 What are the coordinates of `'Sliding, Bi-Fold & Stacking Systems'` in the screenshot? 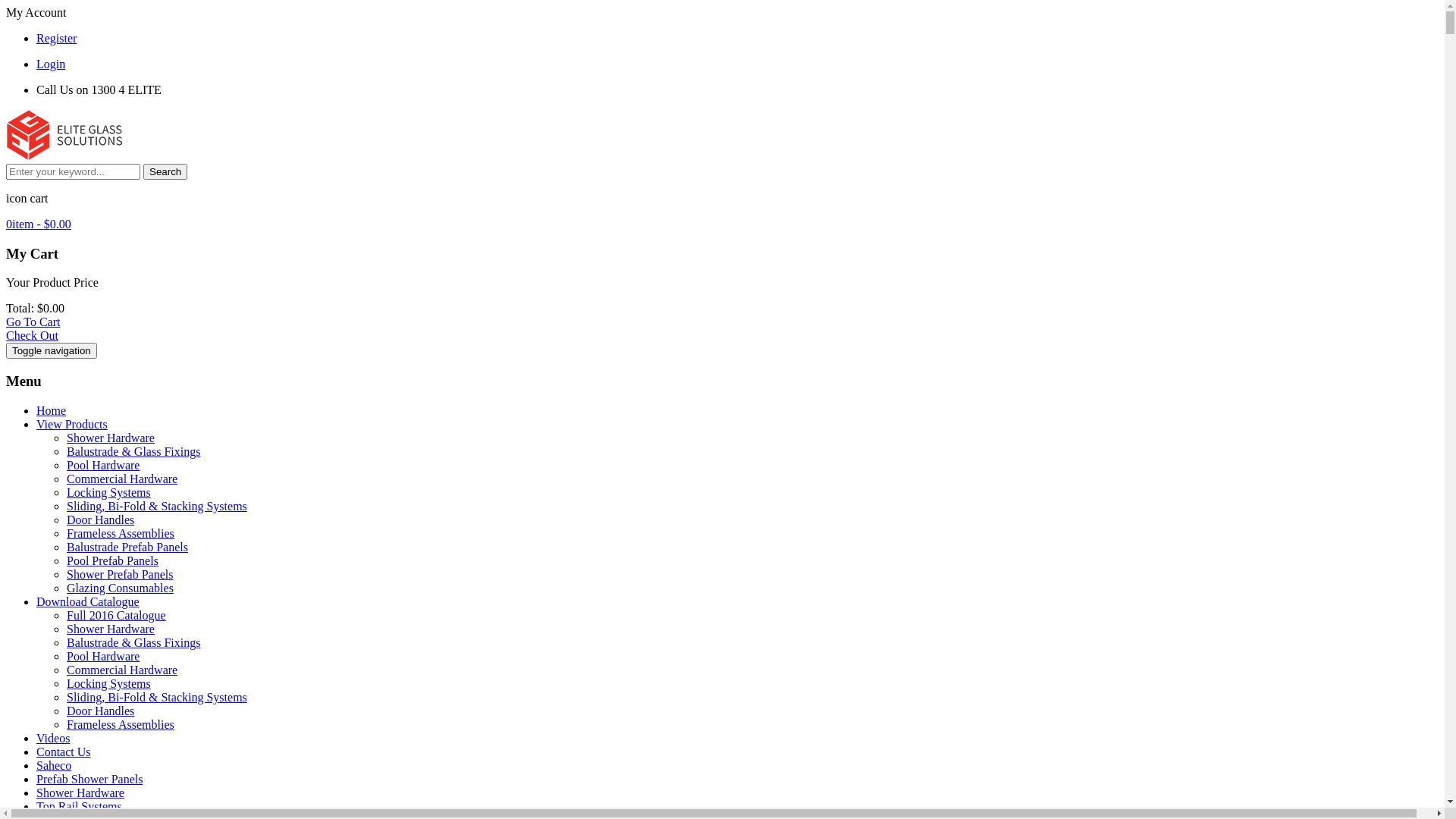 It's located at (65, 697).